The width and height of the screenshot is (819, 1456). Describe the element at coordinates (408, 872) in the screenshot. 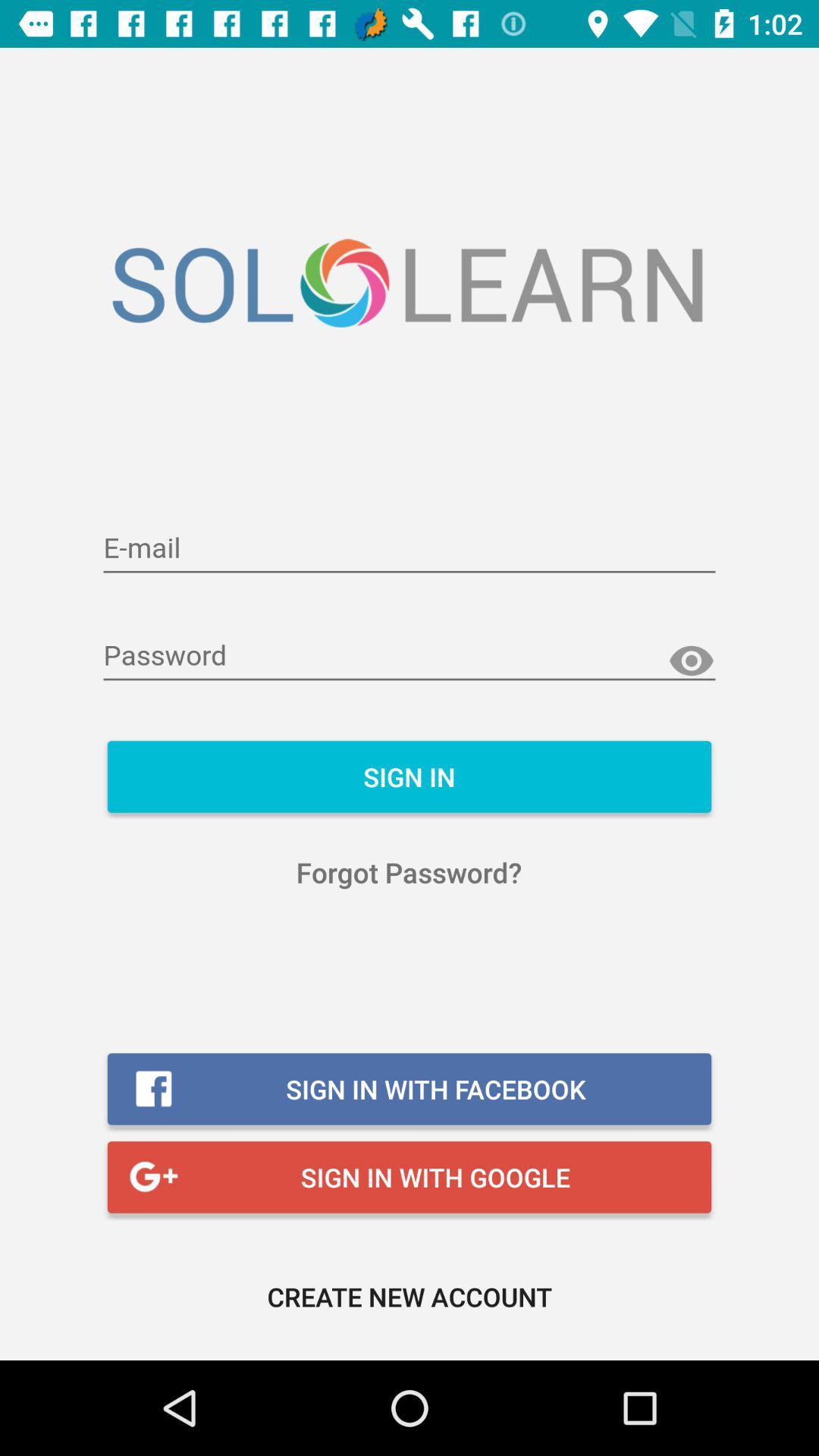

I see `the forgot password? item` at that location.